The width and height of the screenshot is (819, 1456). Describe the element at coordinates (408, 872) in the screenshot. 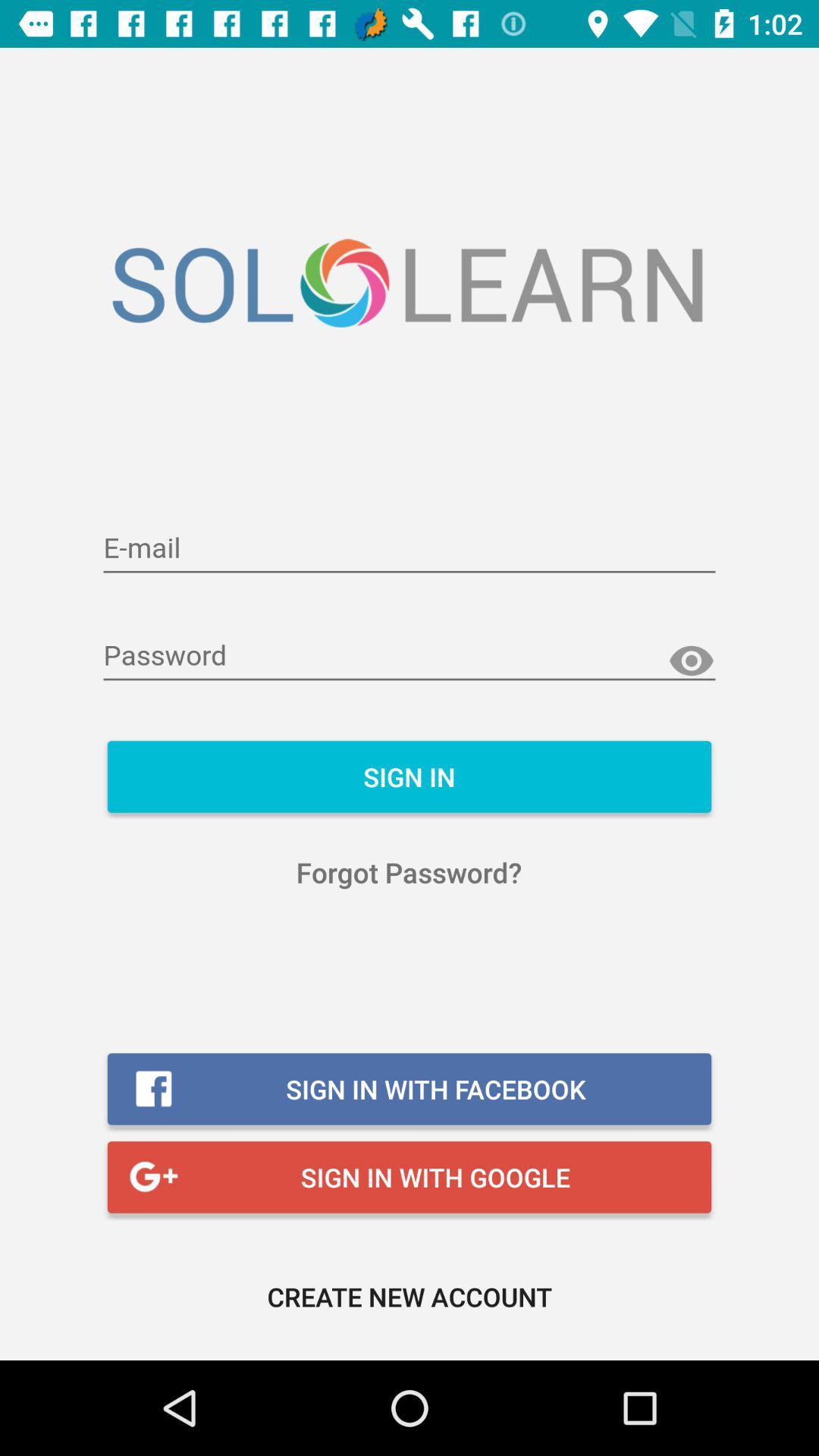

I see `the forgot password? item` at that location.